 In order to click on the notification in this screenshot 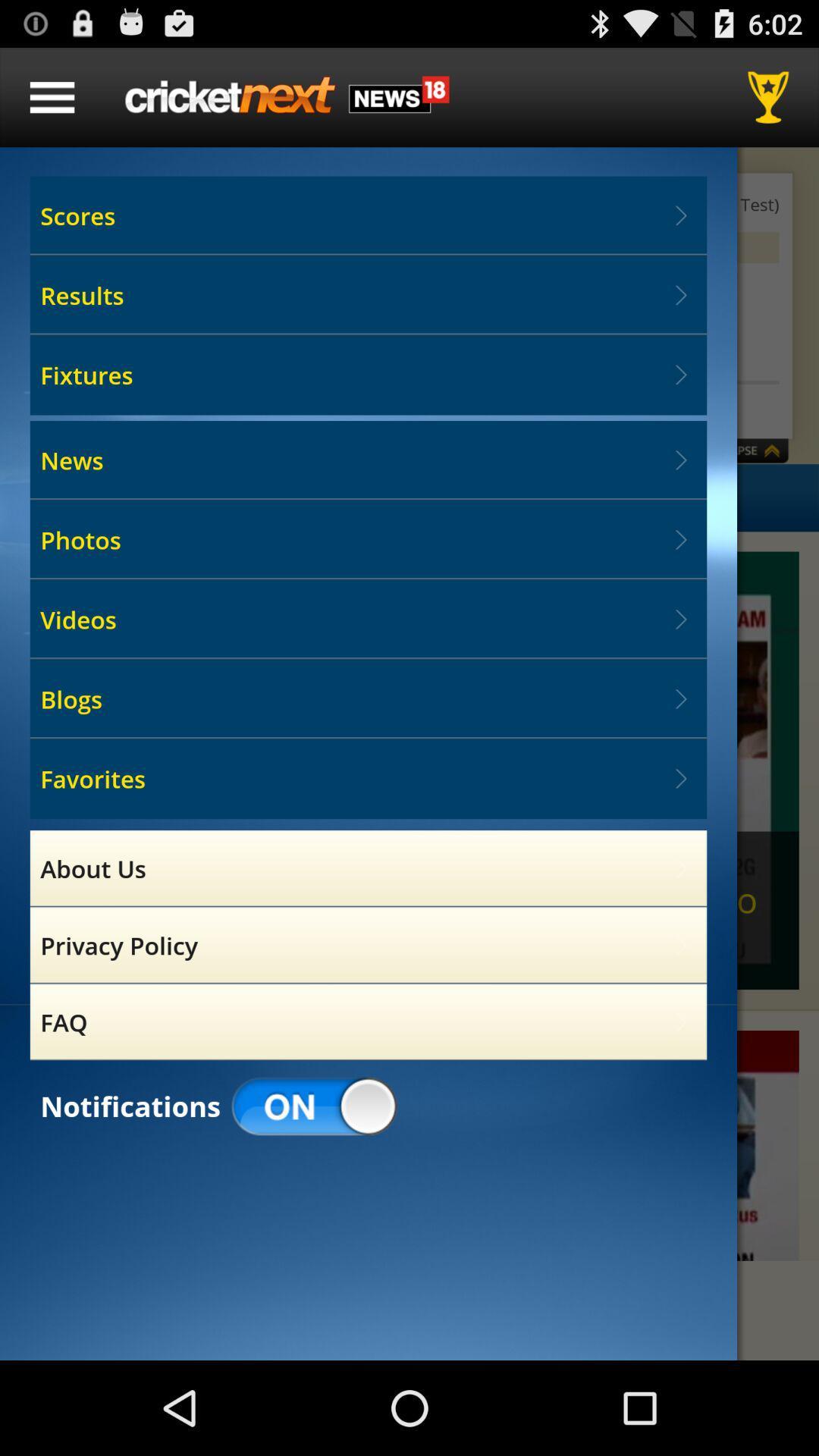, I will do `click(409, 1146)`.